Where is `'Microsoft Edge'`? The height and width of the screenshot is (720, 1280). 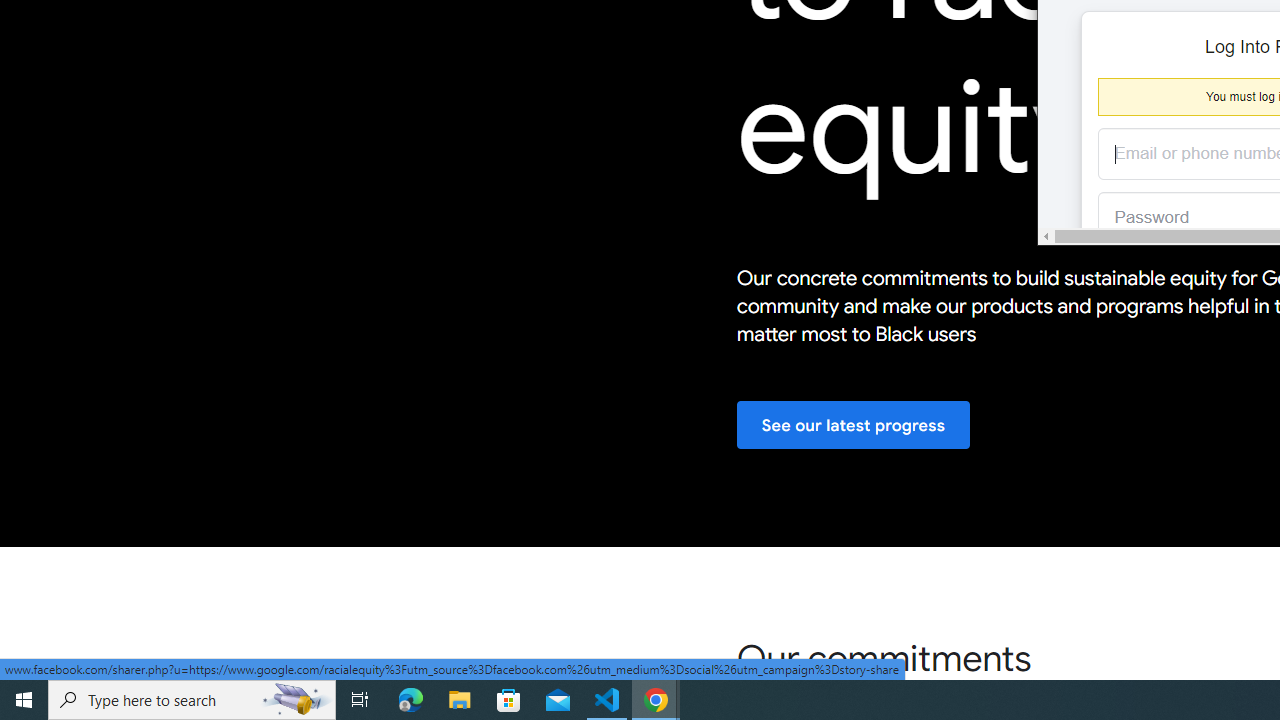
'Microsoft Edge' is located at coordinates (410, 698).